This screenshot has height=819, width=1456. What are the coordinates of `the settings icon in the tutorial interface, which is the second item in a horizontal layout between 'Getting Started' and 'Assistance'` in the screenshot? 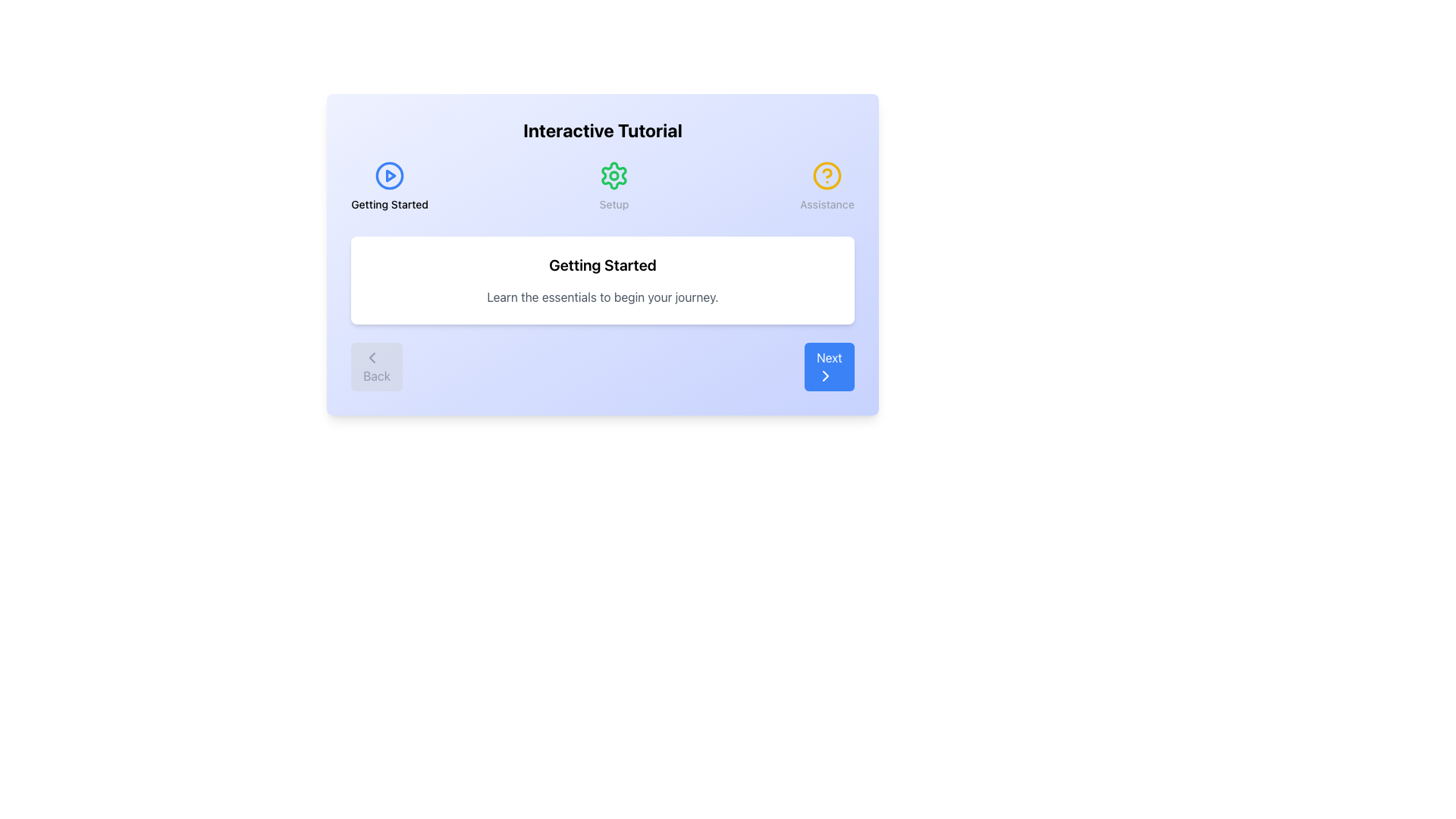 It's located at (614, 186).